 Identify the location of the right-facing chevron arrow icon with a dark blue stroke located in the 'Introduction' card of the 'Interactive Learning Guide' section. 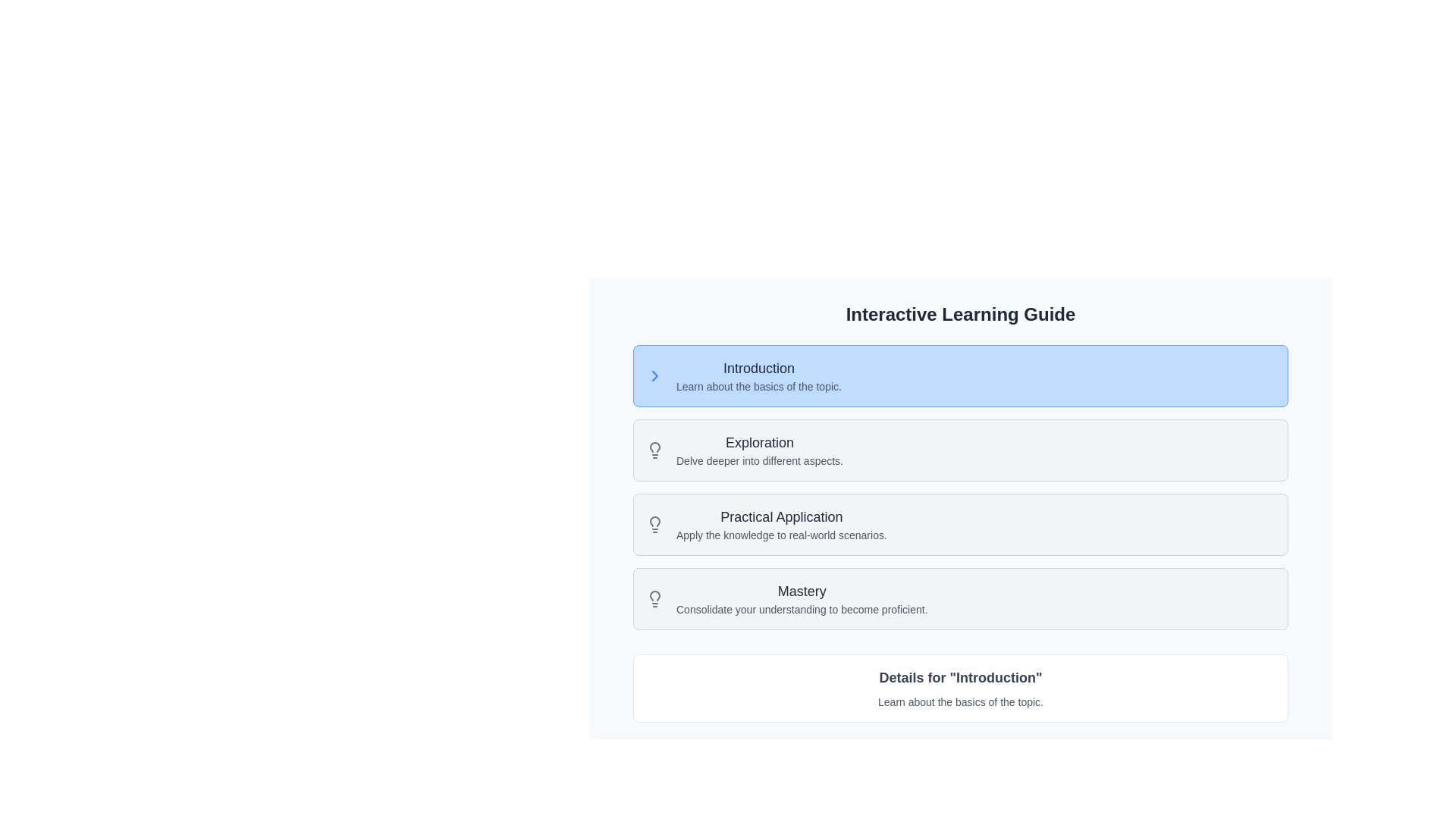
(655, 375).